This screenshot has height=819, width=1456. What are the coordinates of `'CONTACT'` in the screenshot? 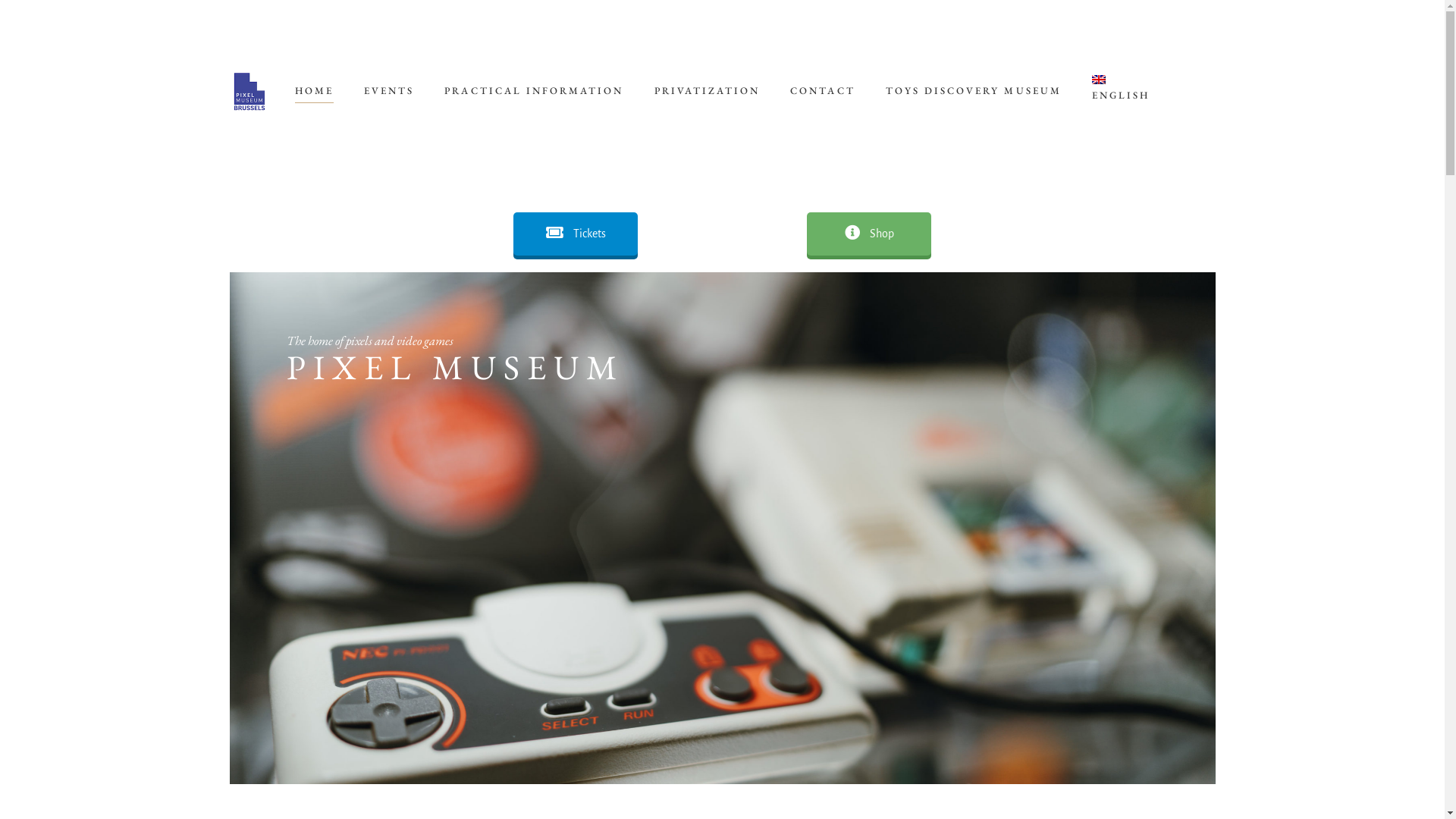 It's located at (821, 90).